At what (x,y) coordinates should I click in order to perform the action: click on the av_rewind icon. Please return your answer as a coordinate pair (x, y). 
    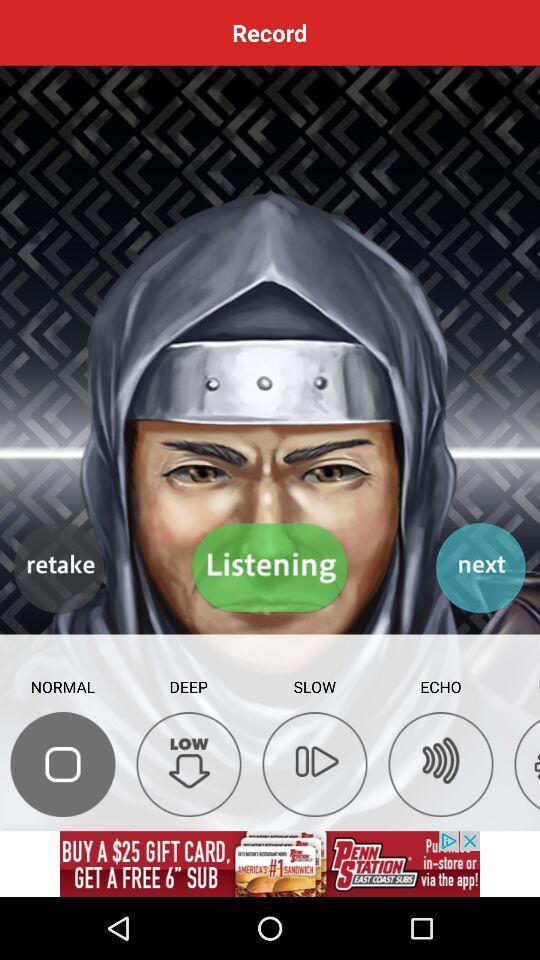
    Looking at the image, I should click on (441, 818).